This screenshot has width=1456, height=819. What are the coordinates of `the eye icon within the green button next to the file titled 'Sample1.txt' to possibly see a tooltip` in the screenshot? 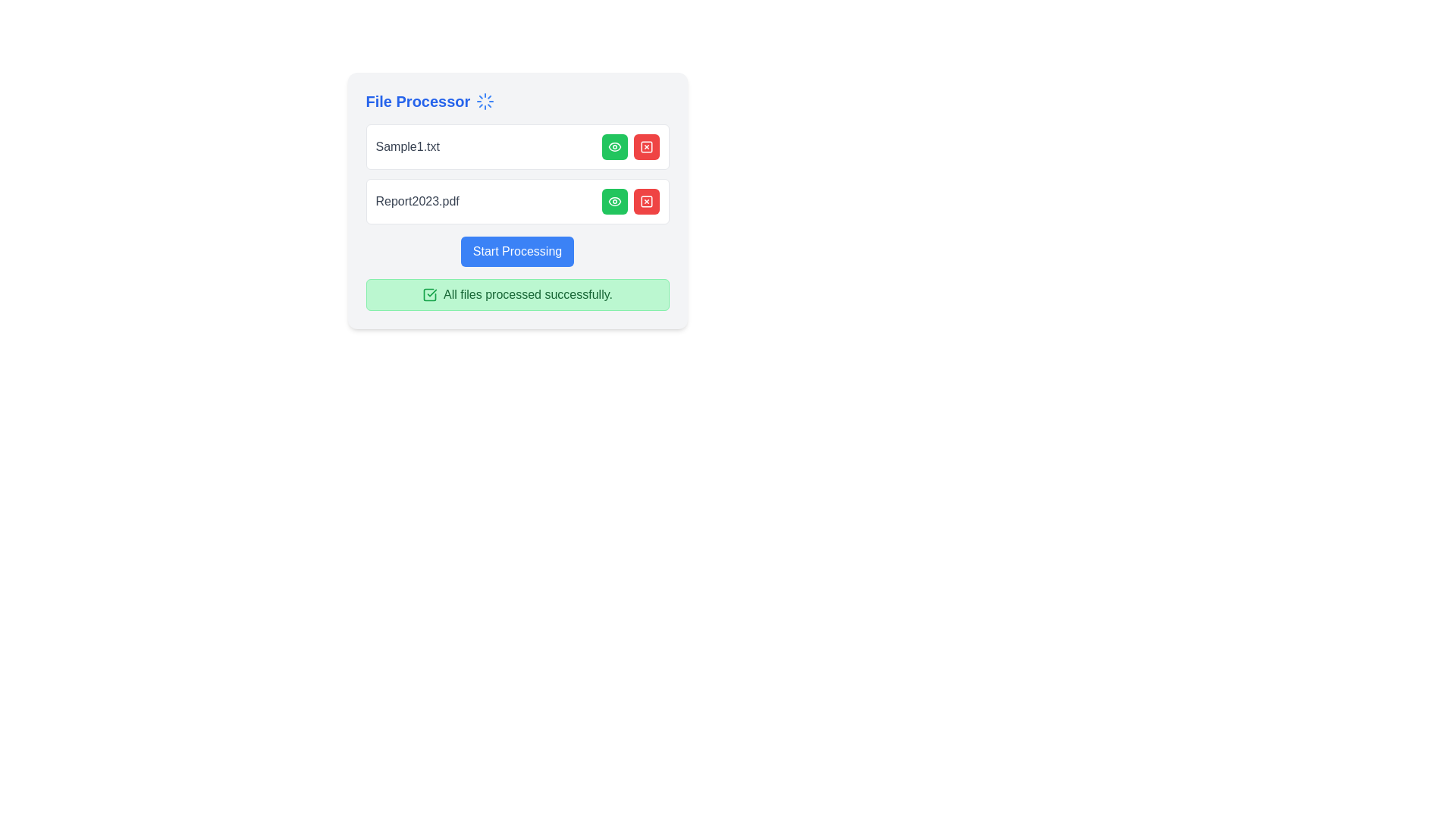 It's located at (614, 201).